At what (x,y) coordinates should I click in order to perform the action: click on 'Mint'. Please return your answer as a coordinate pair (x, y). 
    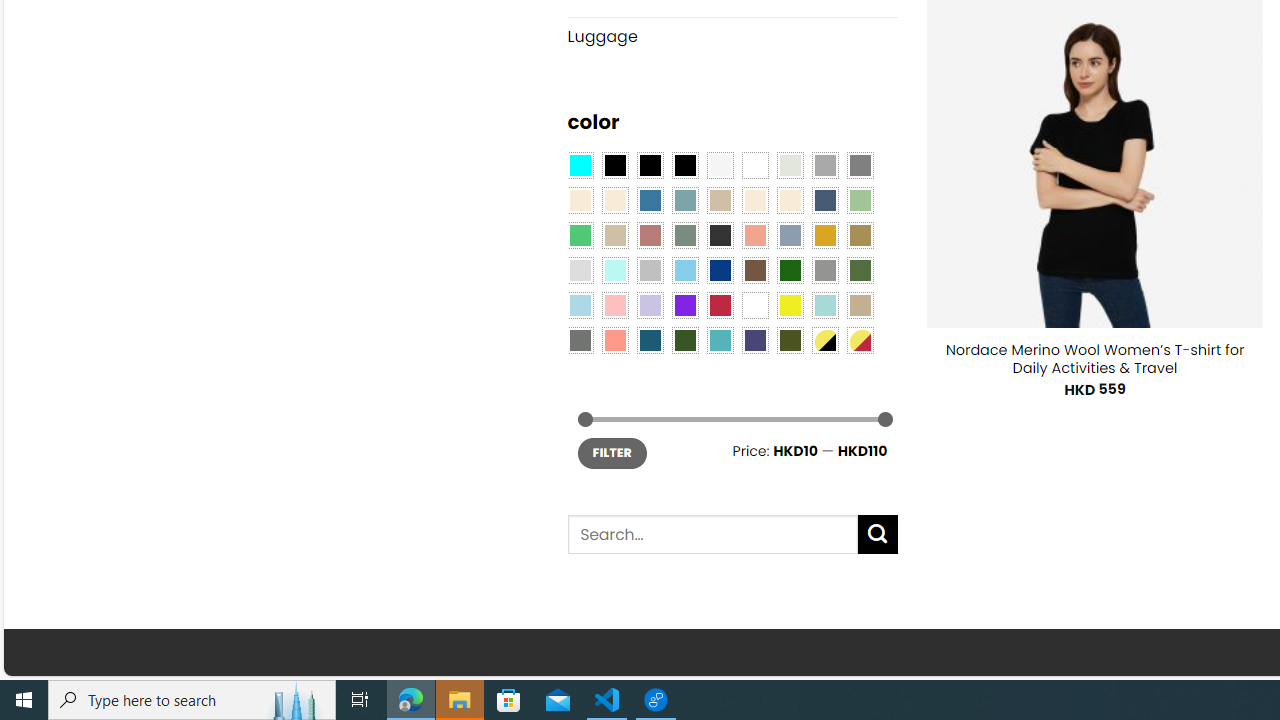
    Looking at the image, I should click on (614, 270).